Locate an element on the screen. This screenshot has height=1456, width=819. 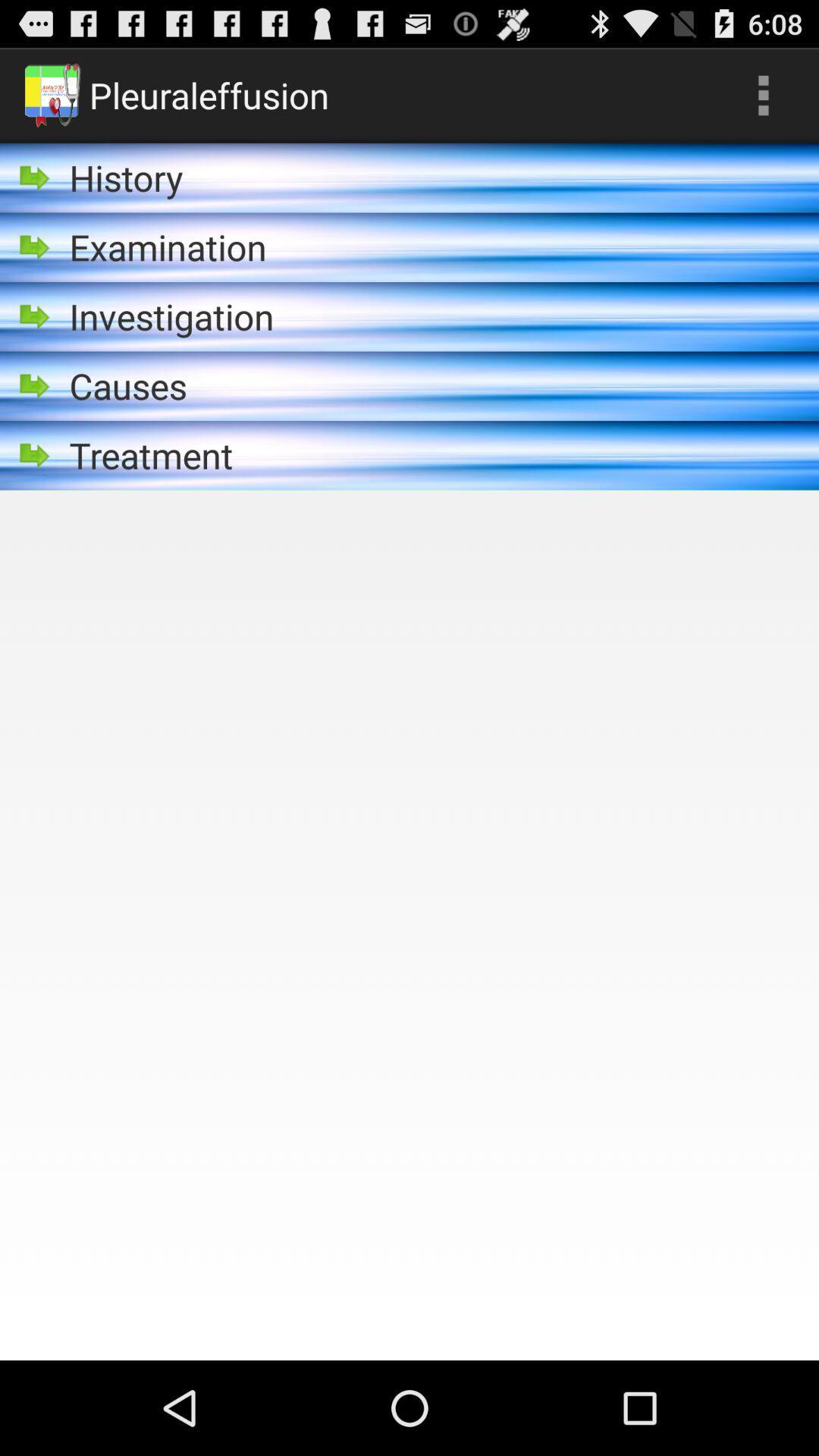
item to the right of pleuraleffusion icon is located at coordinates (763, 94).